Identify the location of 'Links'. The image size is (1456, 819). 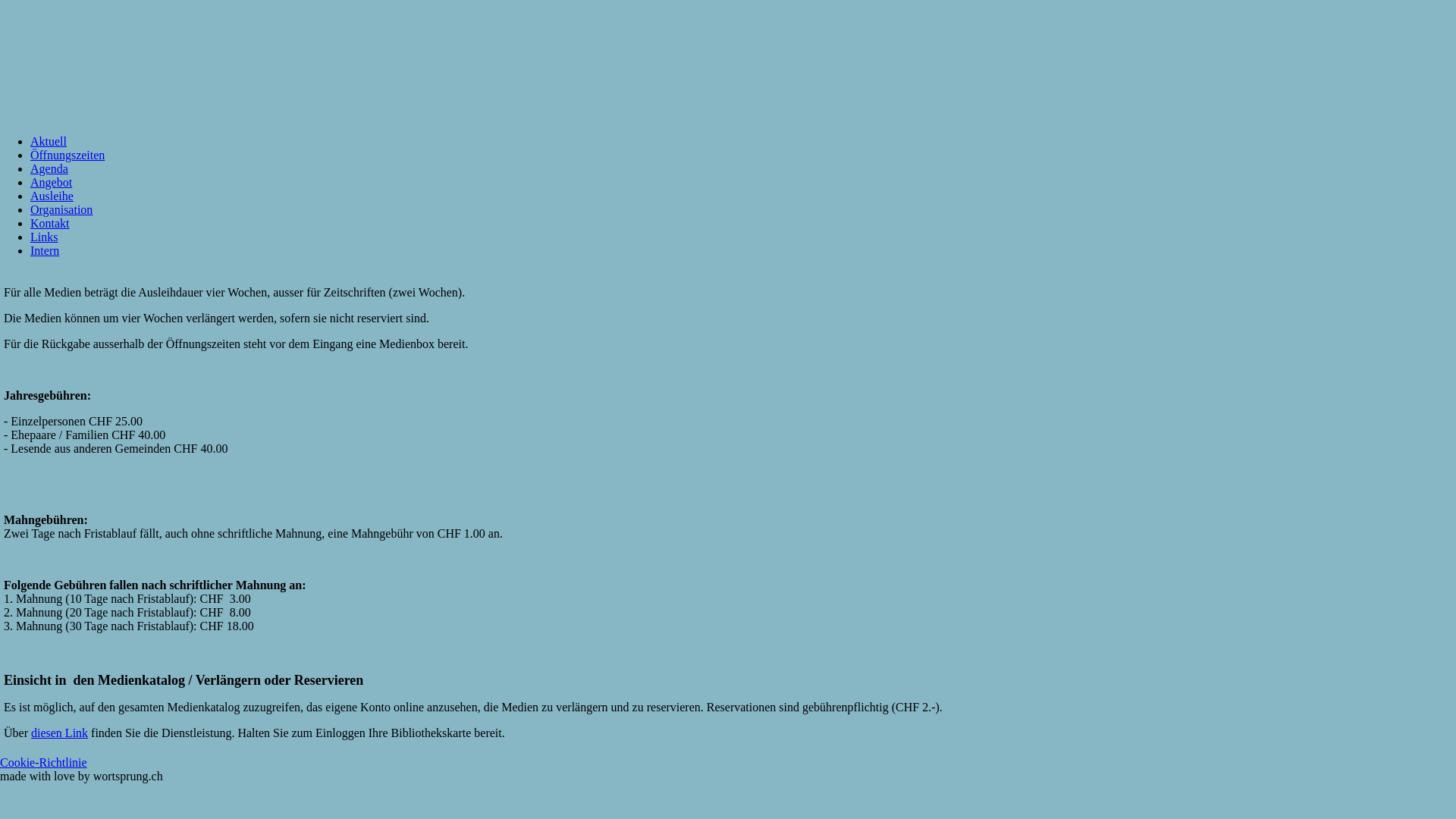
(30, 237).